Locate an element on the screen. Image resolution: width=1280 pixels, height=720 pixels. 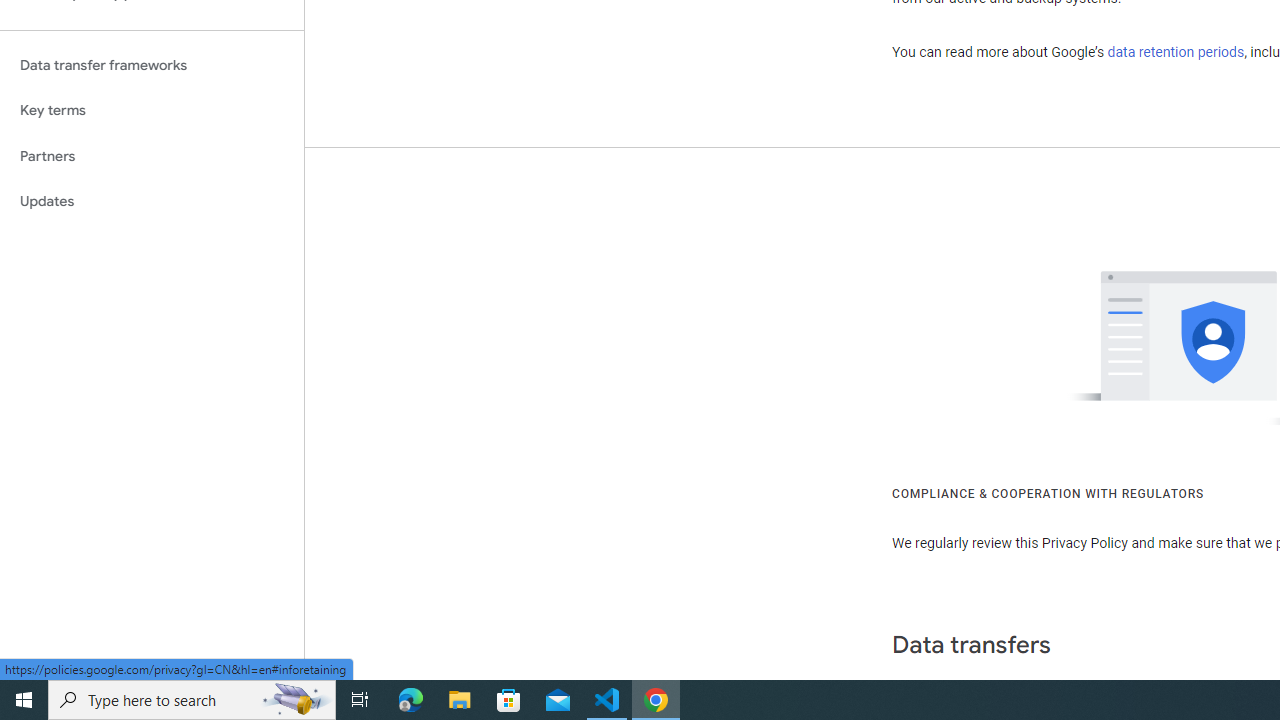
'Partners' is located at coordinates (151, 155).